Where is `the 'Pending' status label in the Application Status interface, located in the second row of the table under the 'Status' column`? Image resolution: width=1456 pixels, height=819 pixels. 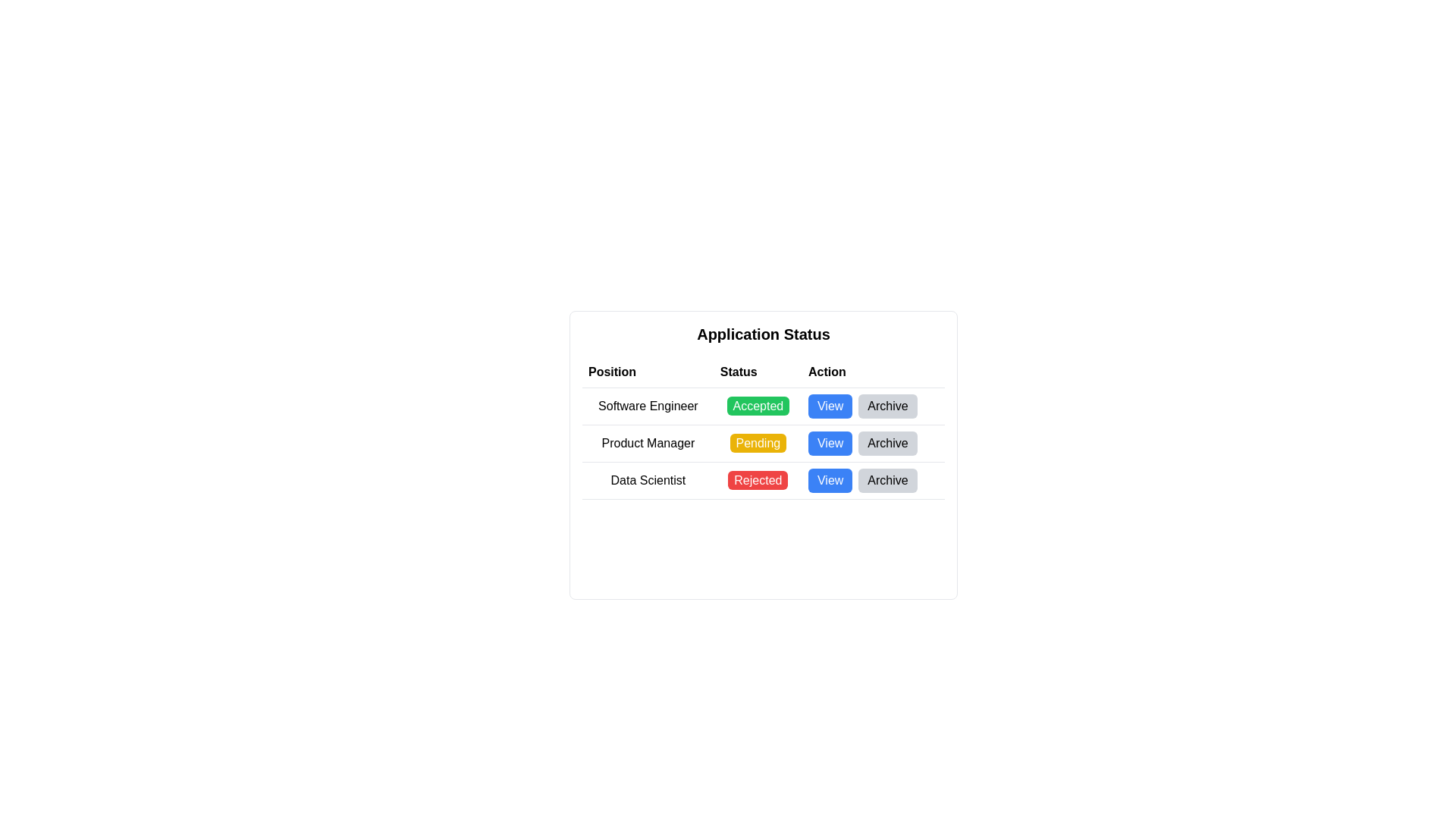 the 'Pending' status label in the Application Status interface, located in the second row of the table under the 'Status' column is located at coordinates (758, 444).